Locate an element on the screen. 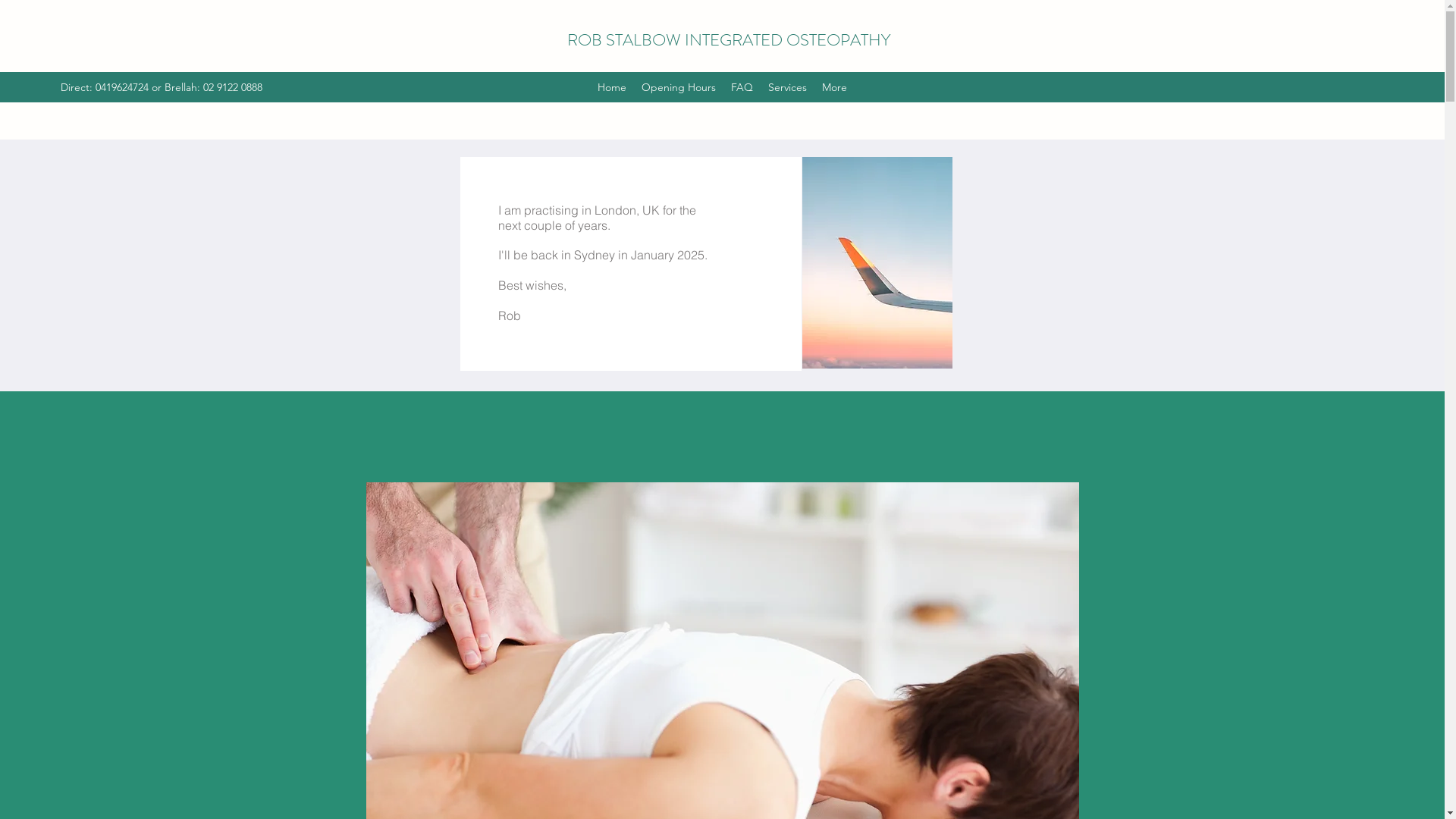 The width and height of the screenshot is (1456, 819). 'ROB STALBOW INTEGRATED OSTEOPATHY' is located at coordinates (728, 39).